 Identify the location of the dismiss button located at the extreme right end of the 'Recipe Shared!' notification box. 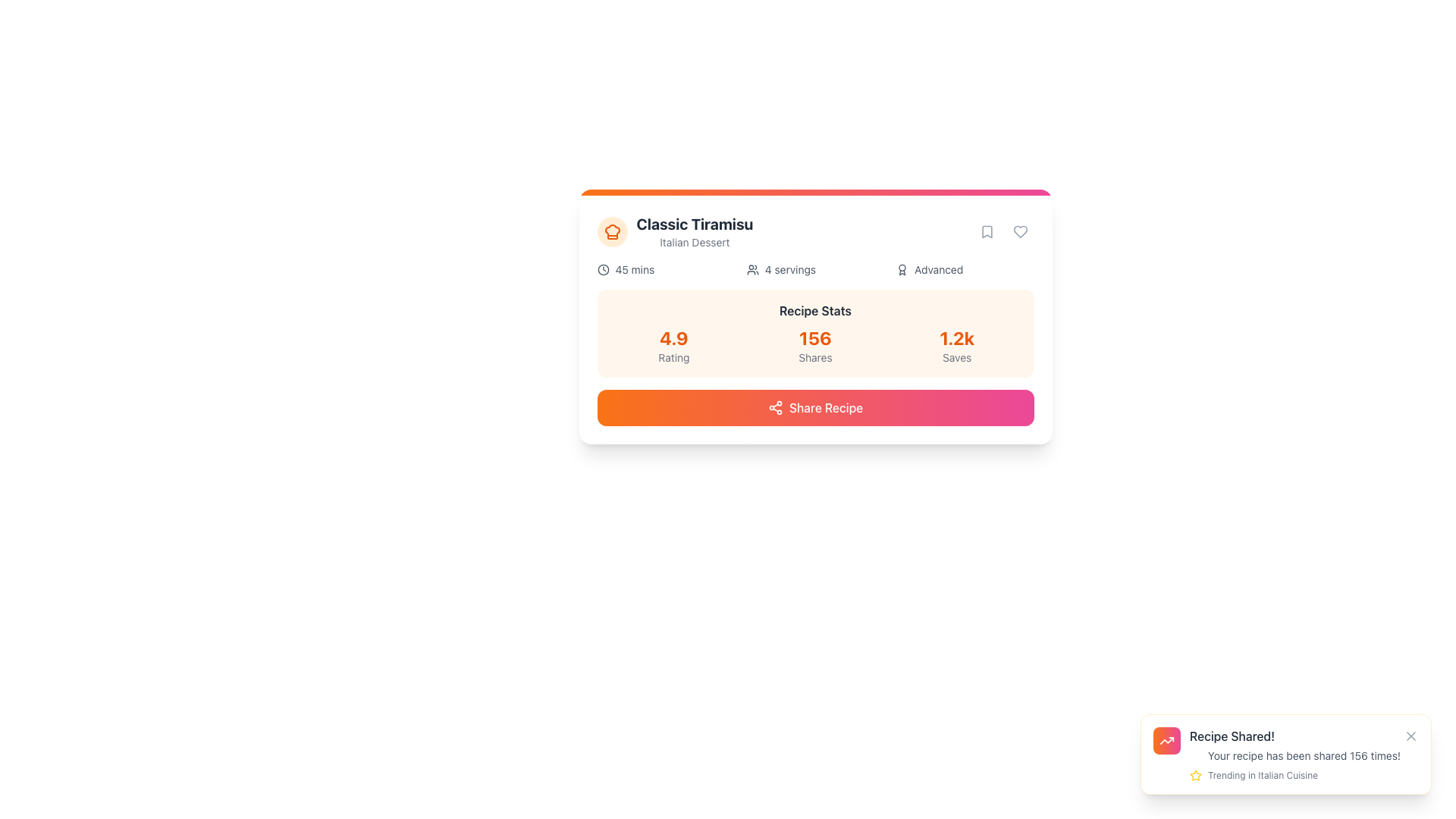
(1410, 736).